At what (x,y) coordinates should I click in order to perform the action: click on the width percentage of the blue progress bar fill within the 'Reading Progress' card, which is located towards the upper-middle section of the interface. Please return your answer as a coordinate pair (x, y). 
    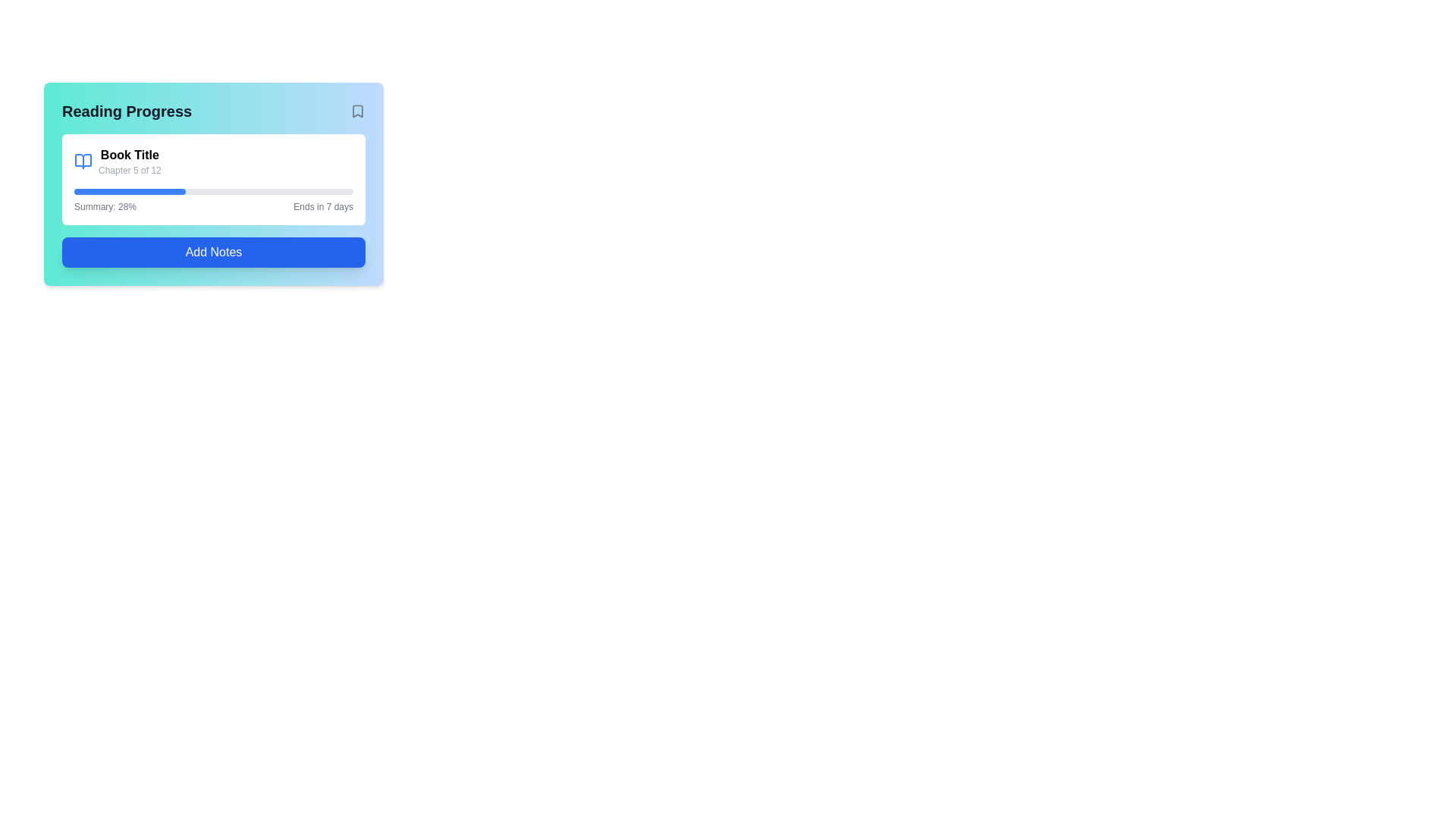
    Looking at the image, I should click on (130, 191).